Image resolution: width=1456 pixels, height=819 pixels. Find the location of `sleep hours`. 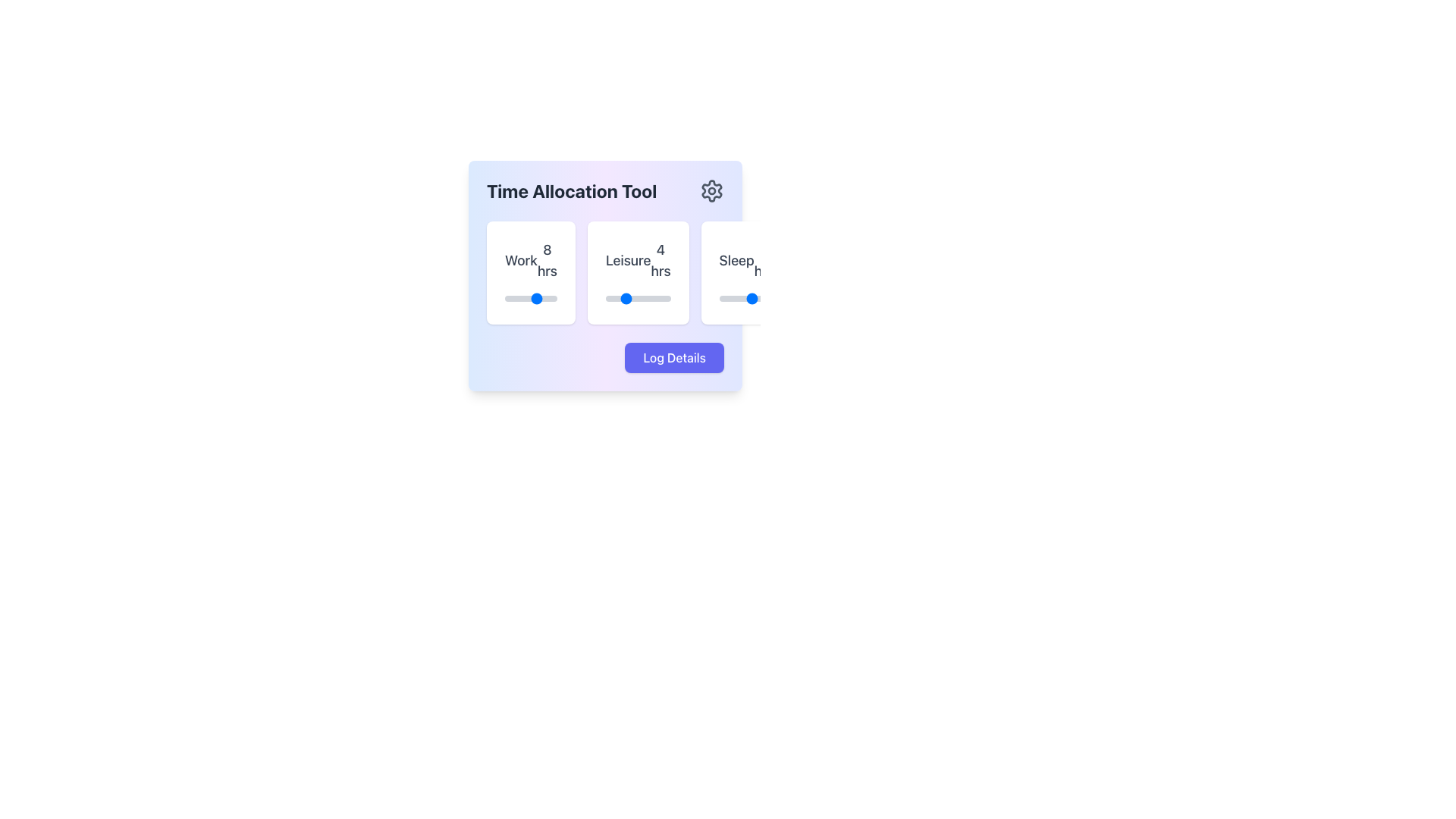

sleep hours is located at coordinates (759, 298).